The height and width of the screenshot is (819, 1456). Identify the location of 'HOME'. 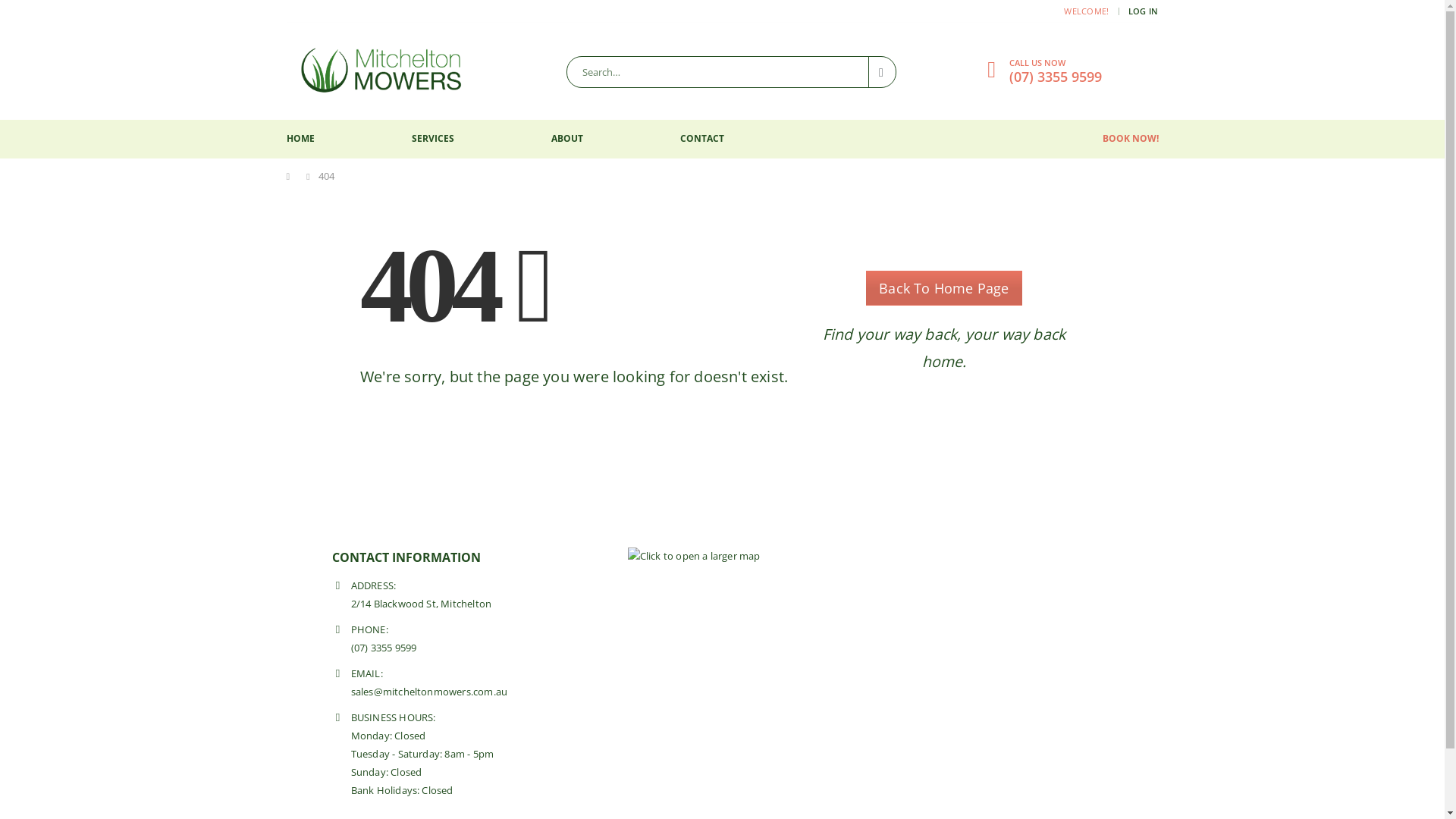
(300, 139).